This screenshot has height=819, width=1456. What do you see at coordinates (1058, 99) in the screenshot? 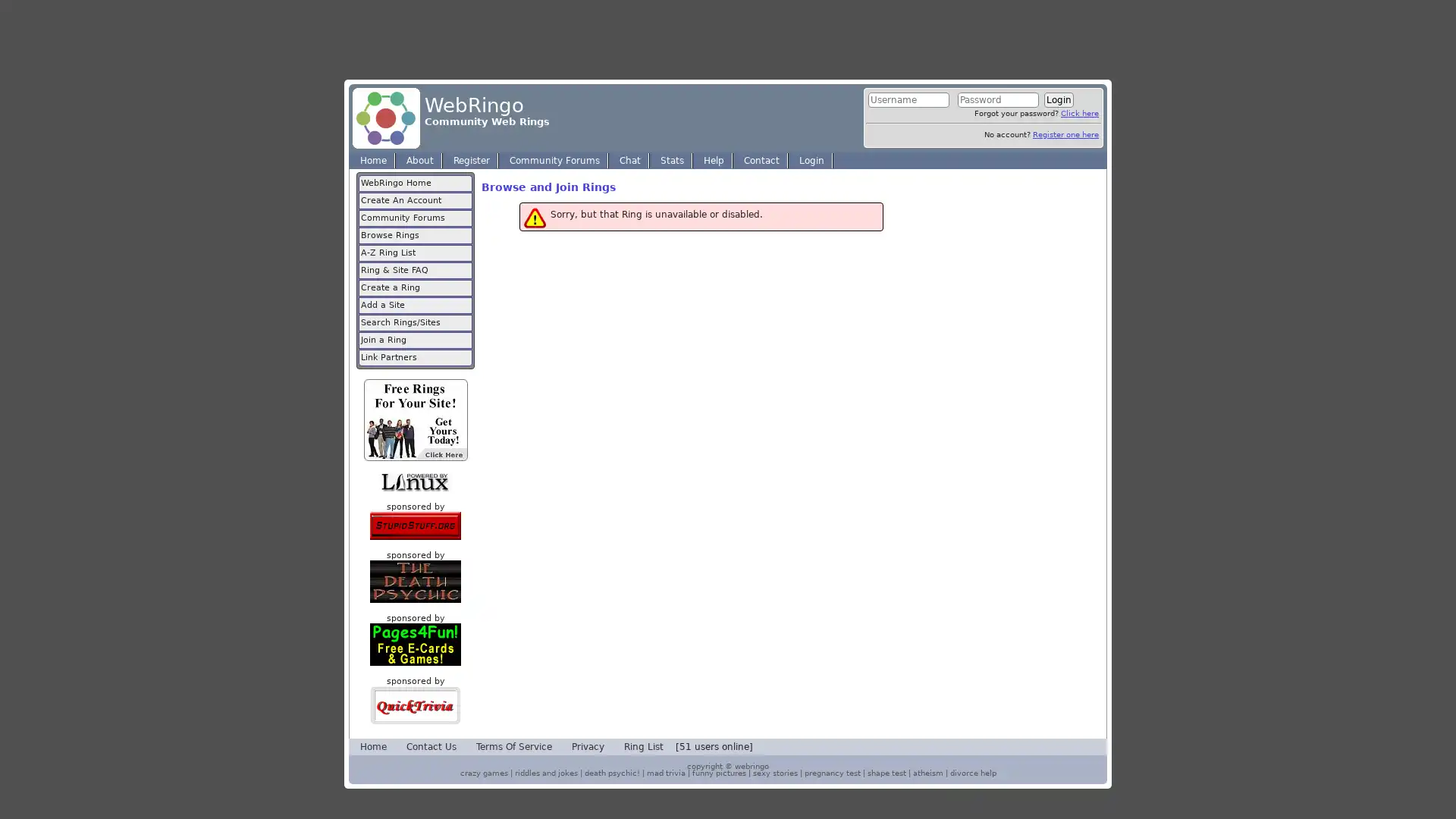
I see `Login` at bounding box center [1058, 99].